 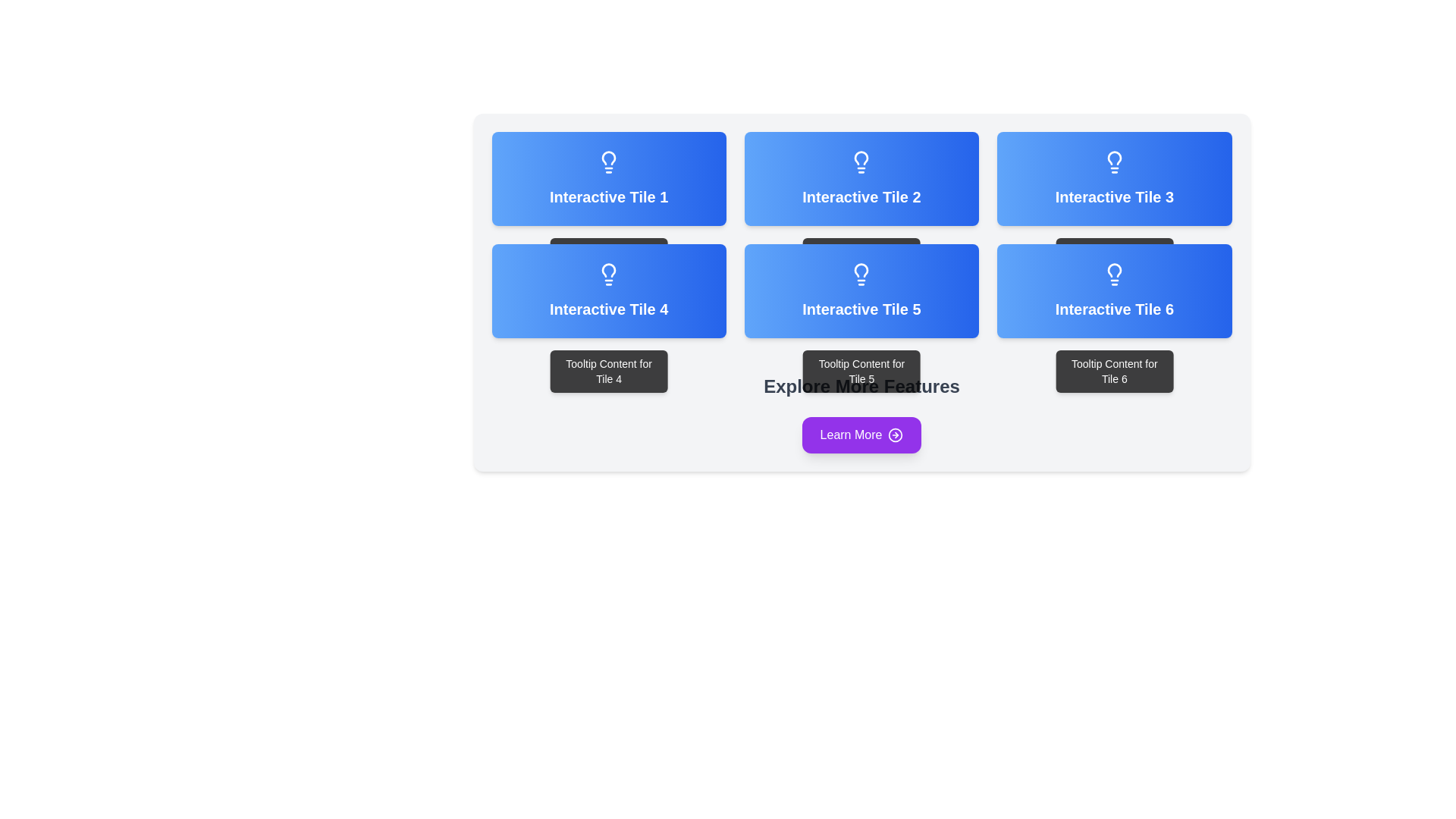 What do you see at coordinates (1114, 309) in the screenshot?
I see `the text label 'Interactive Tile 6', which is styled in bold white text on a blue gradient background and is located in the bottom-right position of the sixth tile in a 2-row layout` at bounding box center [1114, 309].